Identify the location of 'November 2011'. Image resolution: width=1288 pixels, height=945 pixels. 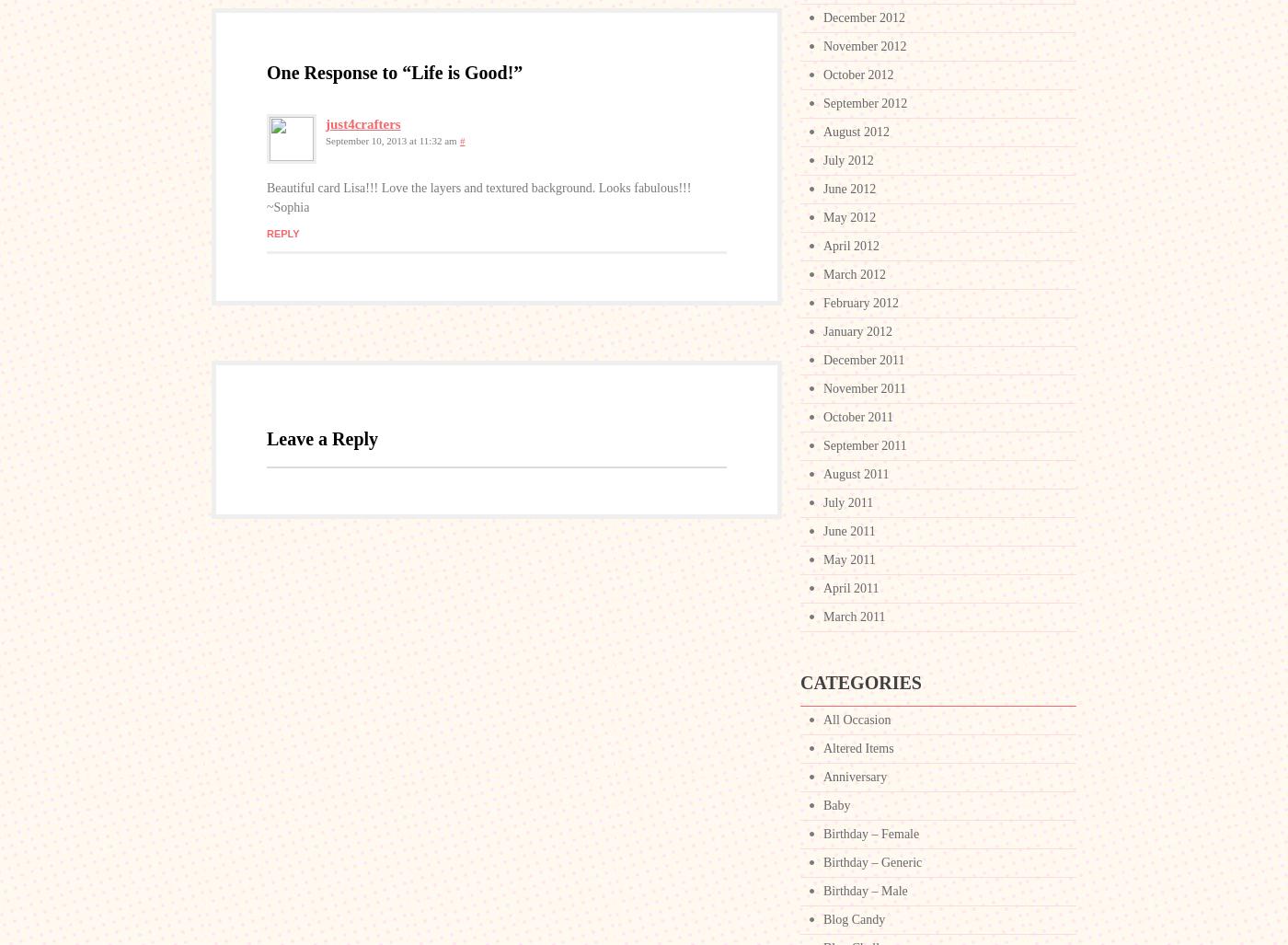
(822, 387).